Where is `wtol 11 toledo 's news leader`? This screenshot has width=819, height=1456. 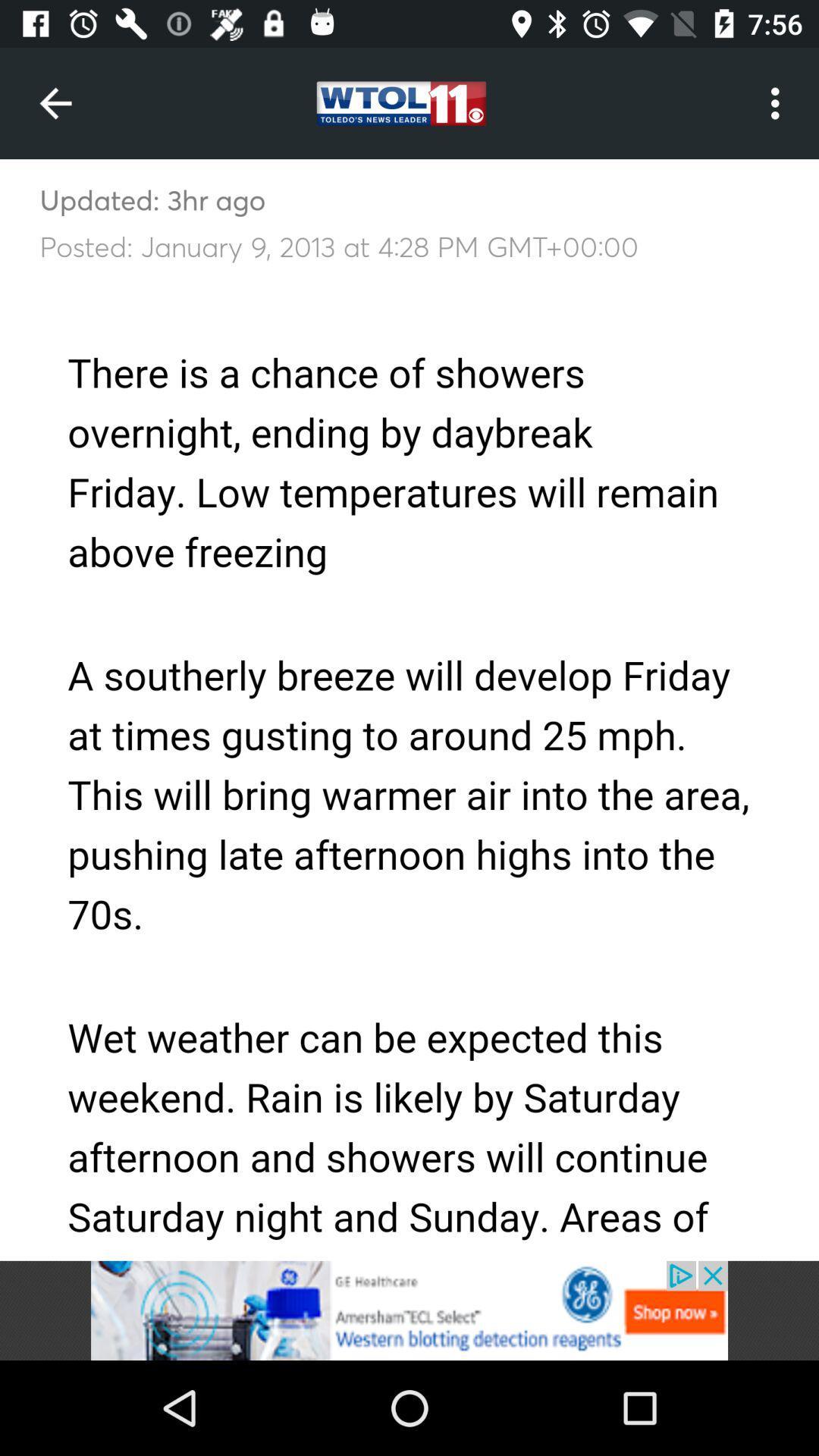
wtol 11 toledo 's news leader is located at coordinates (409, 1310).